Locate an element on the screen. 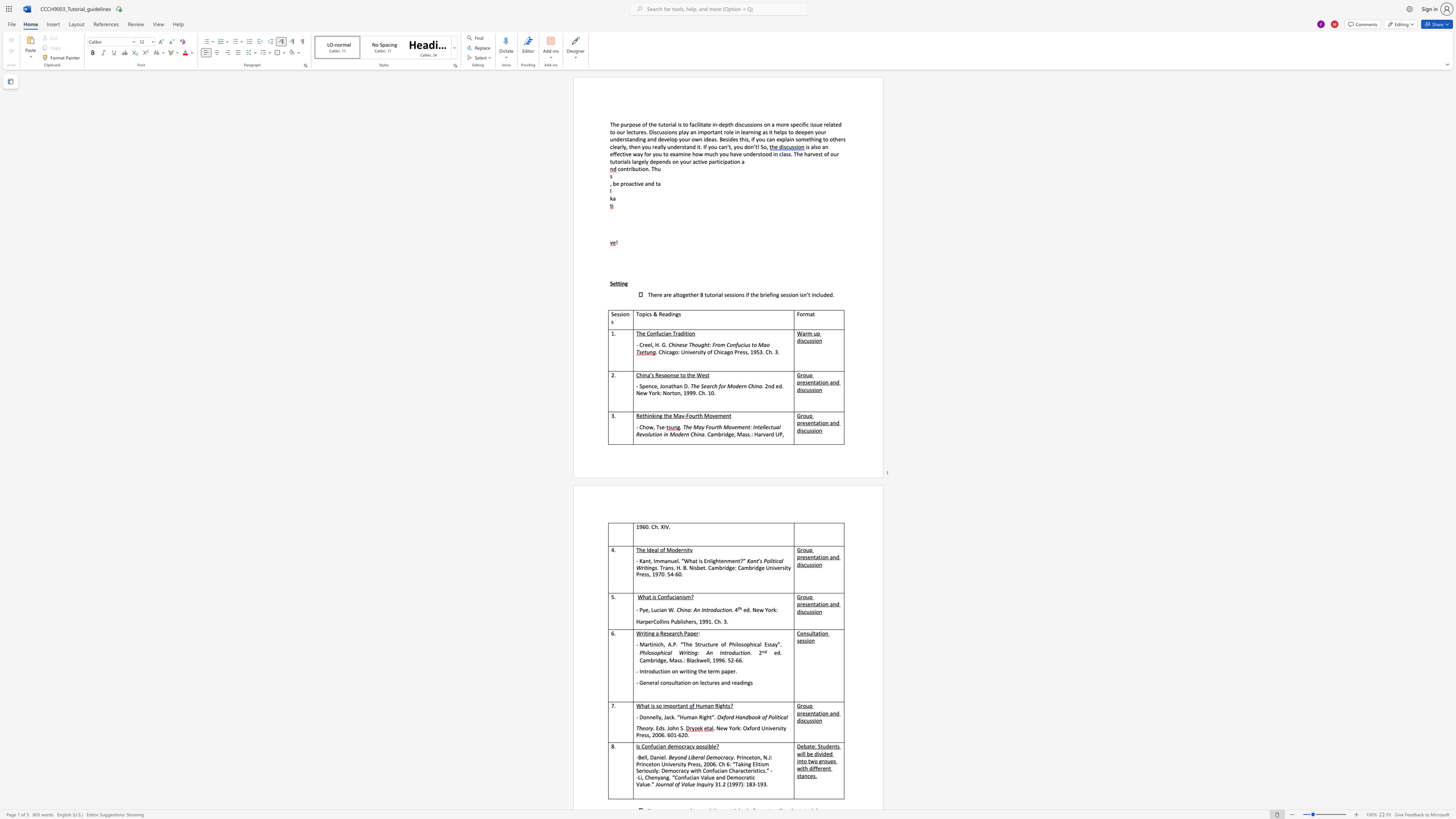  the subset text "s so i" within the text "What is so important" is located at coordinates (652, 705).